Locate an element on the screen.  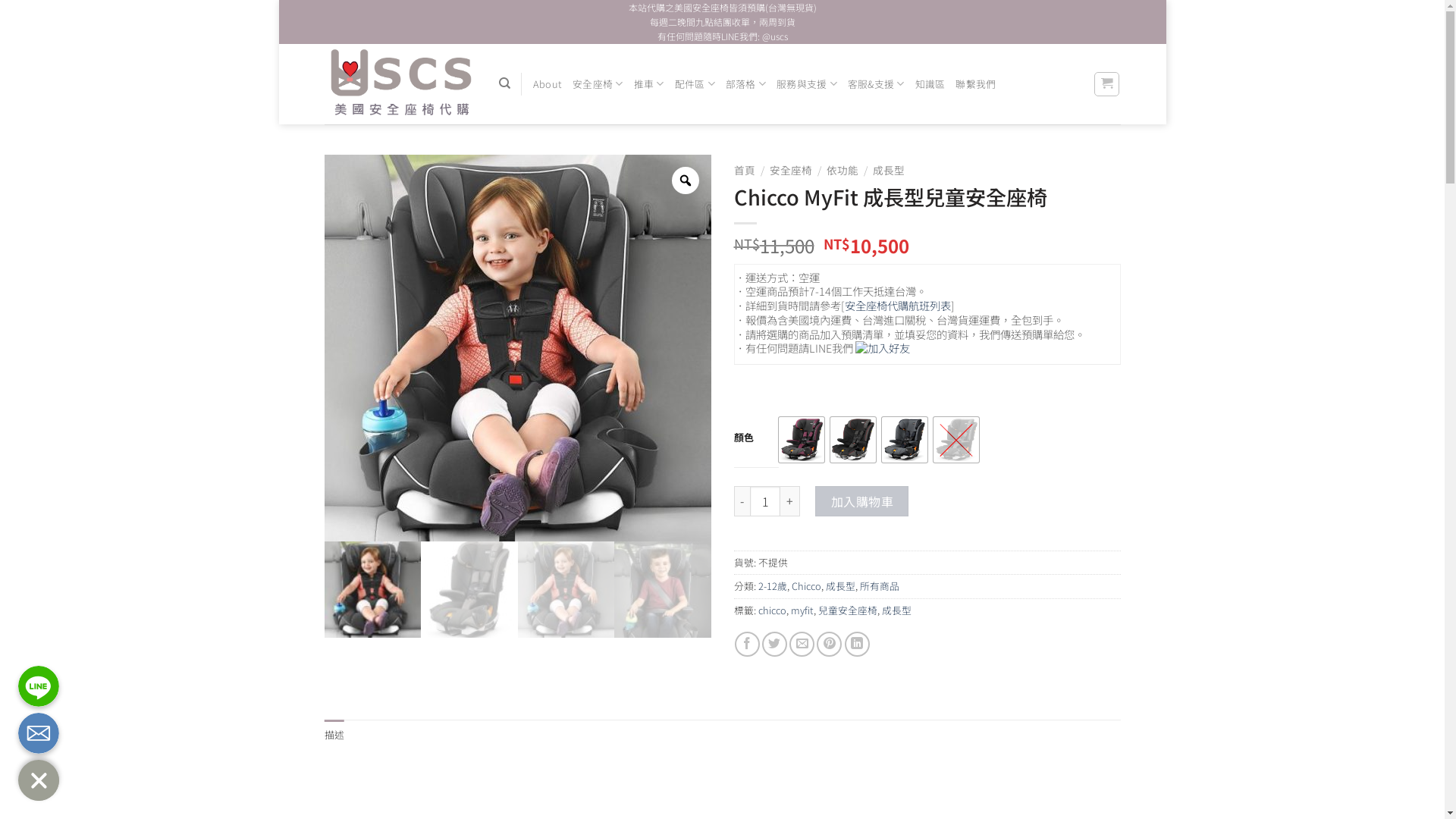
'chicco-myfit-harness-booster-car-seat-canyon-69' is located at coordinates (469, 589).